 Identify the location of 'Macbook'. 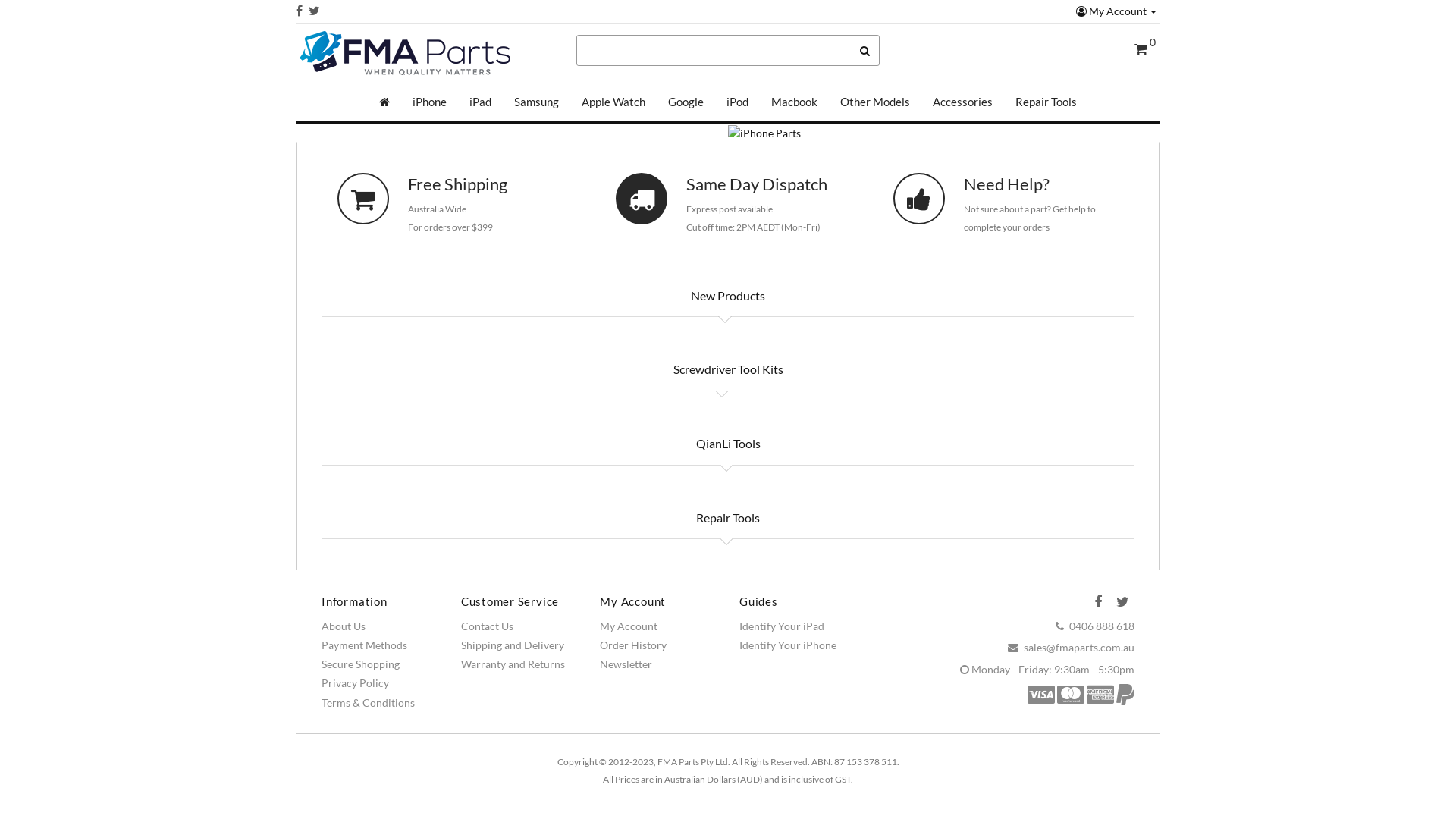
(760, 102).